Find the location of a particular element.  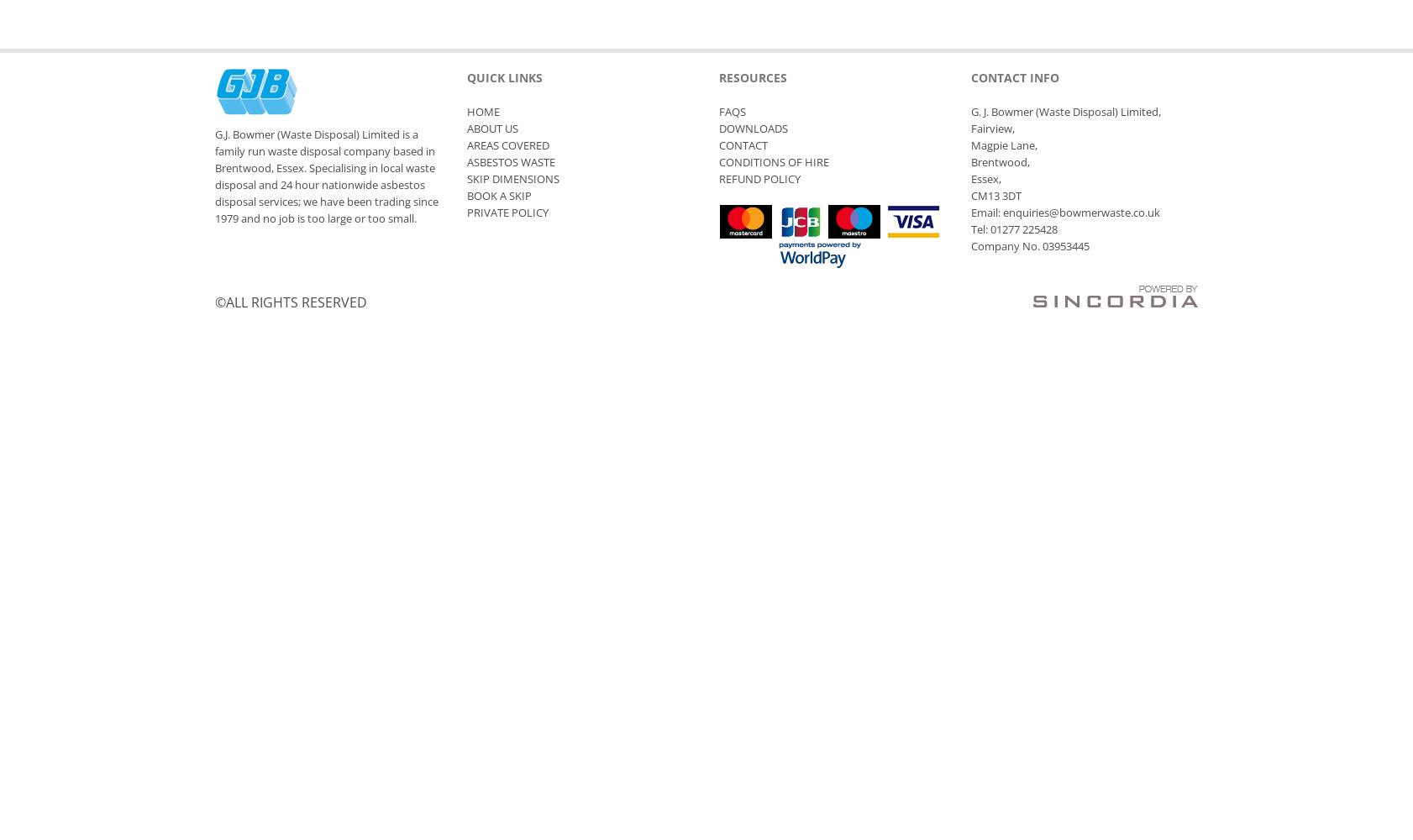

'Contact Info' is located at coordinates (1014, 76).